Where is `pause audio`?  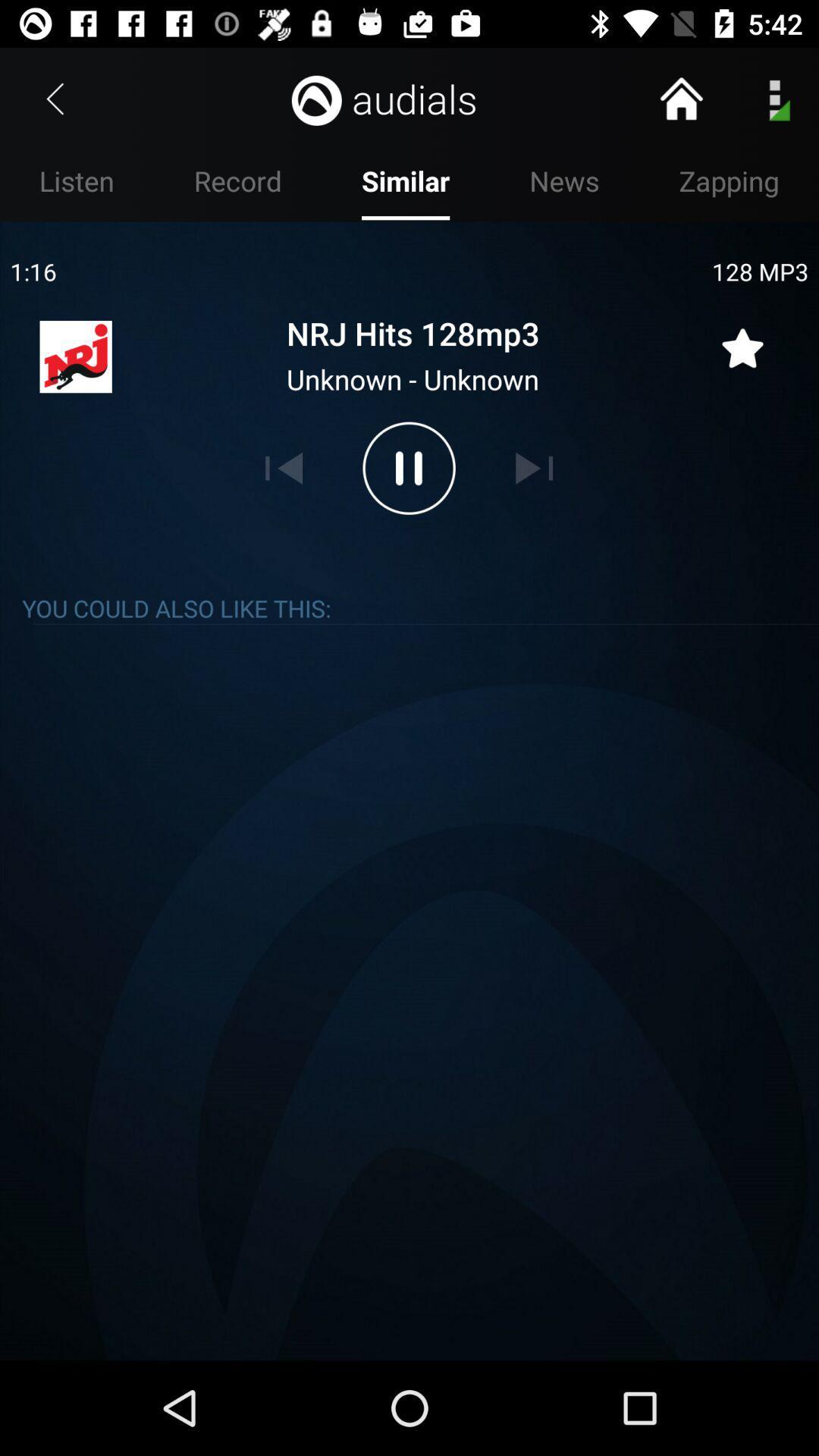 pause audio is located at coordinates (408, 467).